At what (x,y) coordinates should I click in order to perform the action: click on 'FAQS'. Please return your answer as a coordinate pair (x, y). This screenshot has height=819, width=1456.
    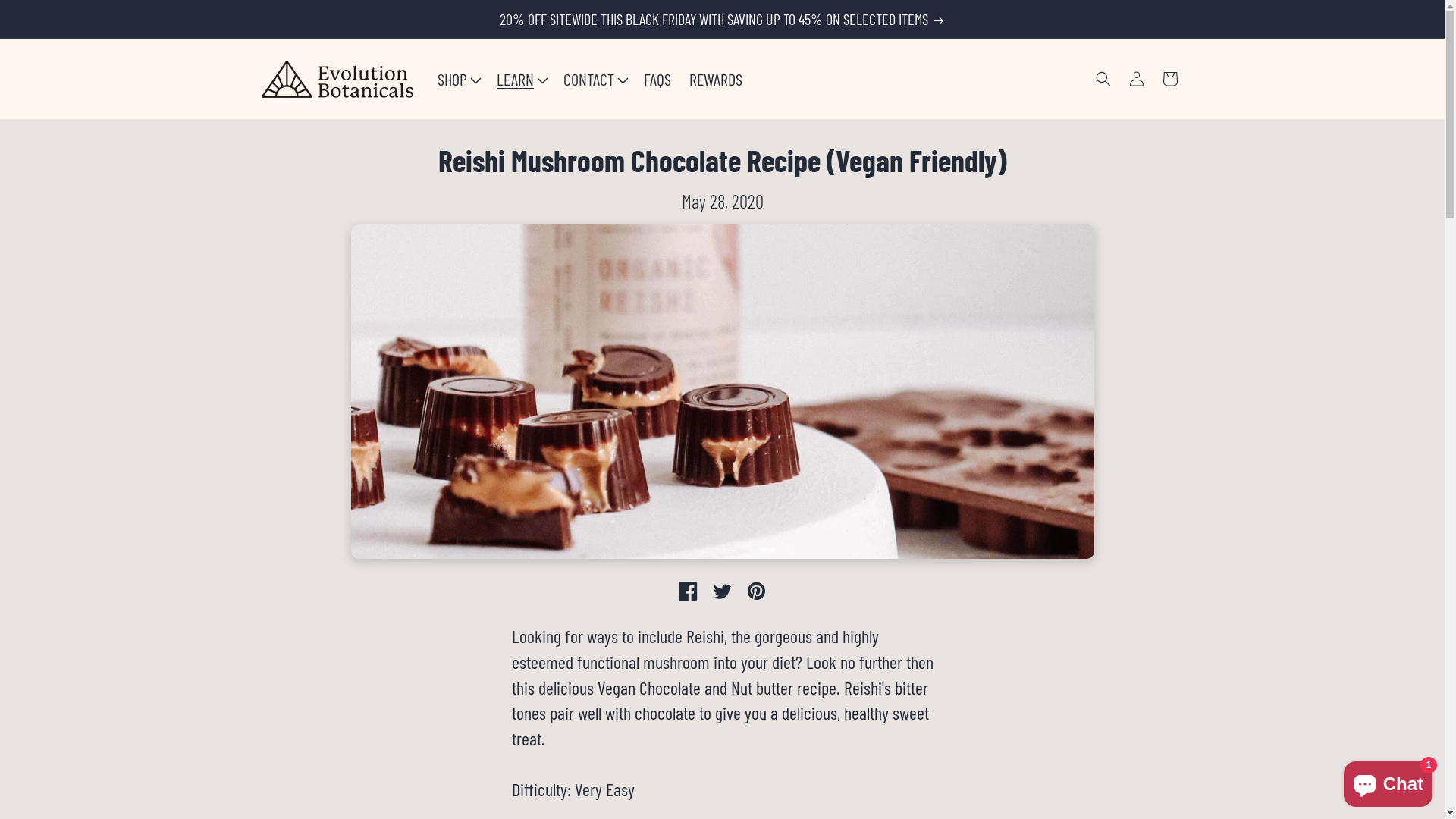
    Looking at the image, I should click on (657, 79).